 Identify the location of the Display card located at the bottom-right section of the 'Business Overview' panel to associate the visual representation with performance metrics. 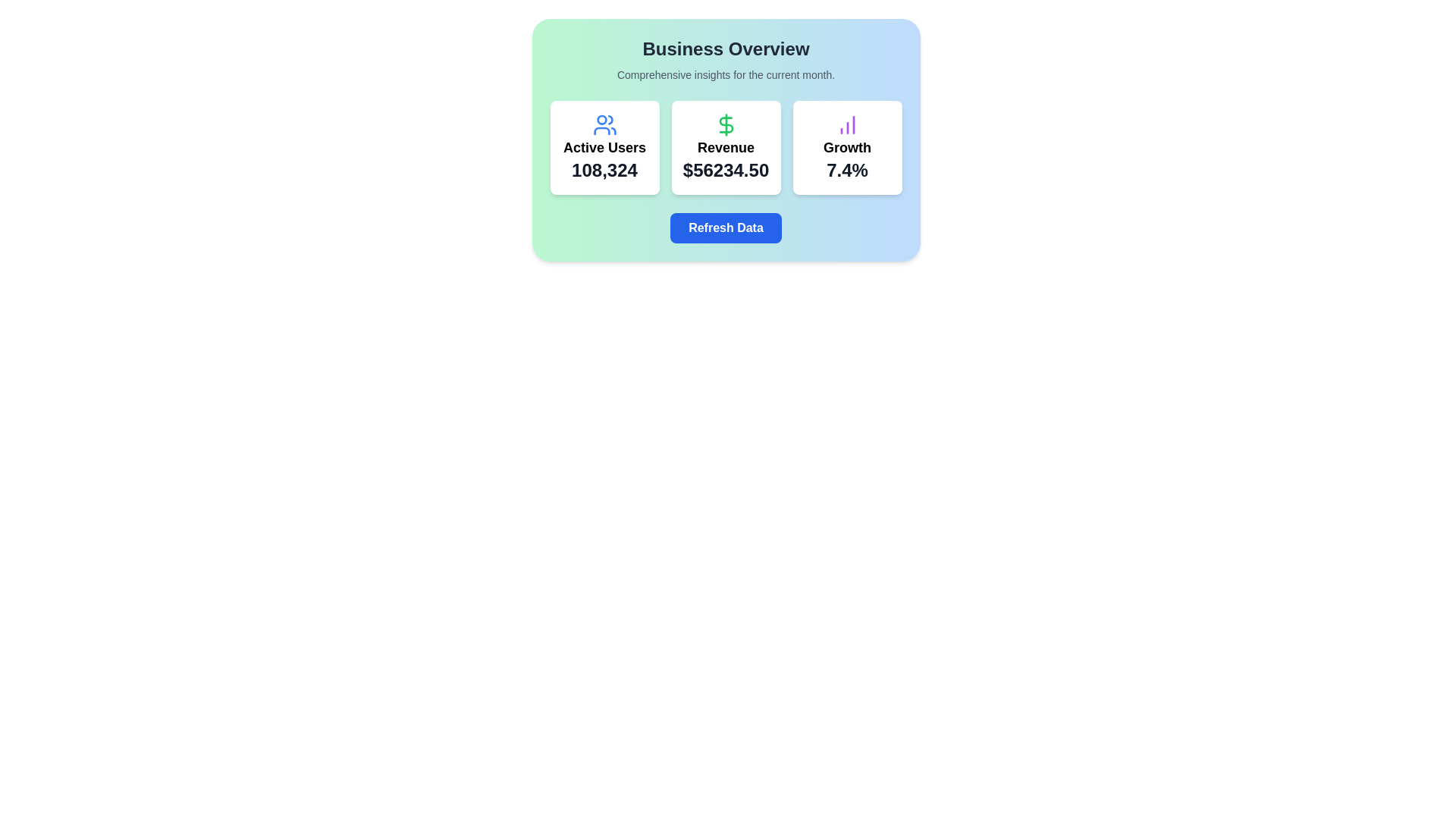
(846, 148).